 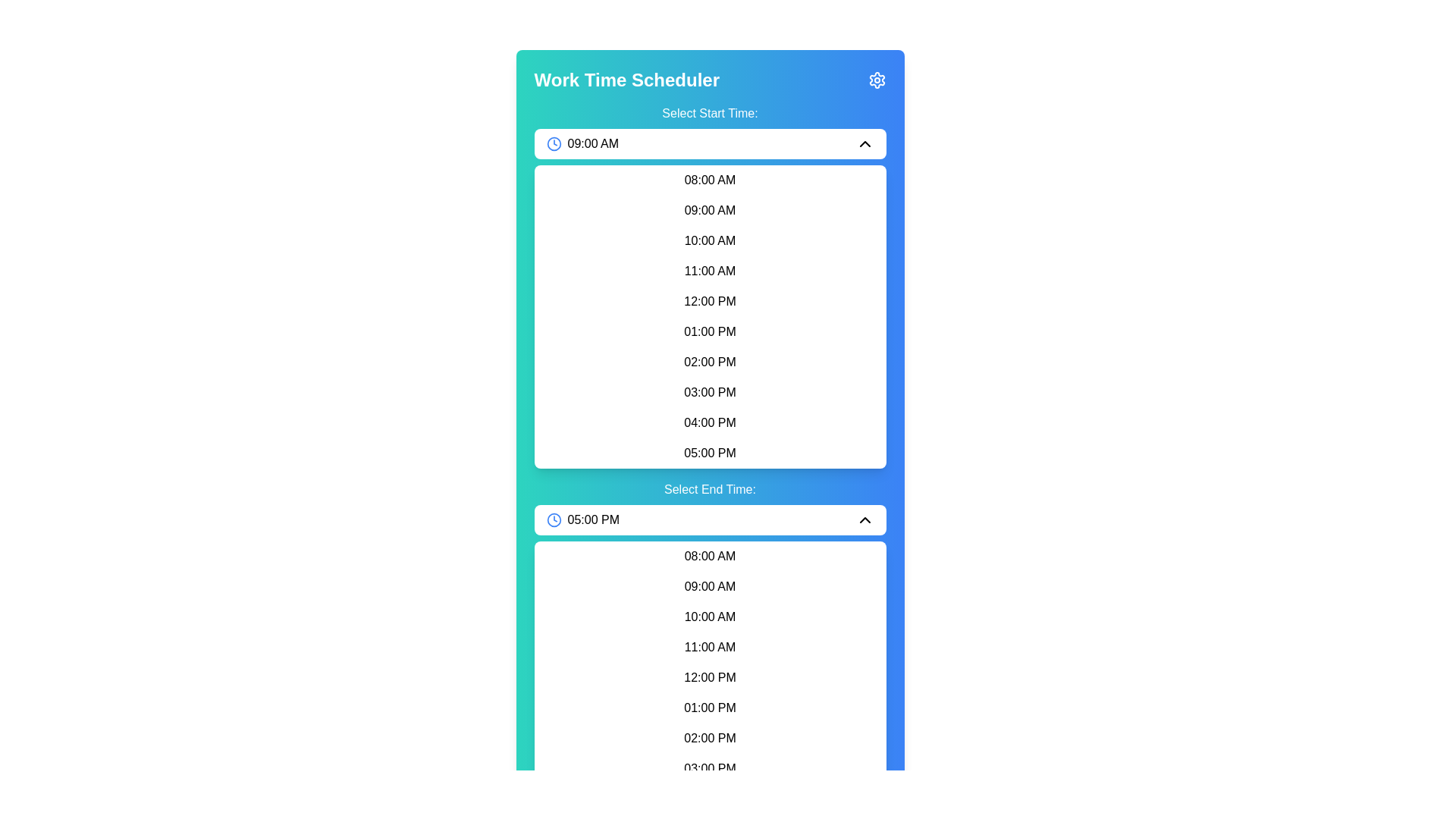 I want to click on the 'Work Time Scheduler' text in the Header section to possibly reveal more information, so click(x=709, y=80).